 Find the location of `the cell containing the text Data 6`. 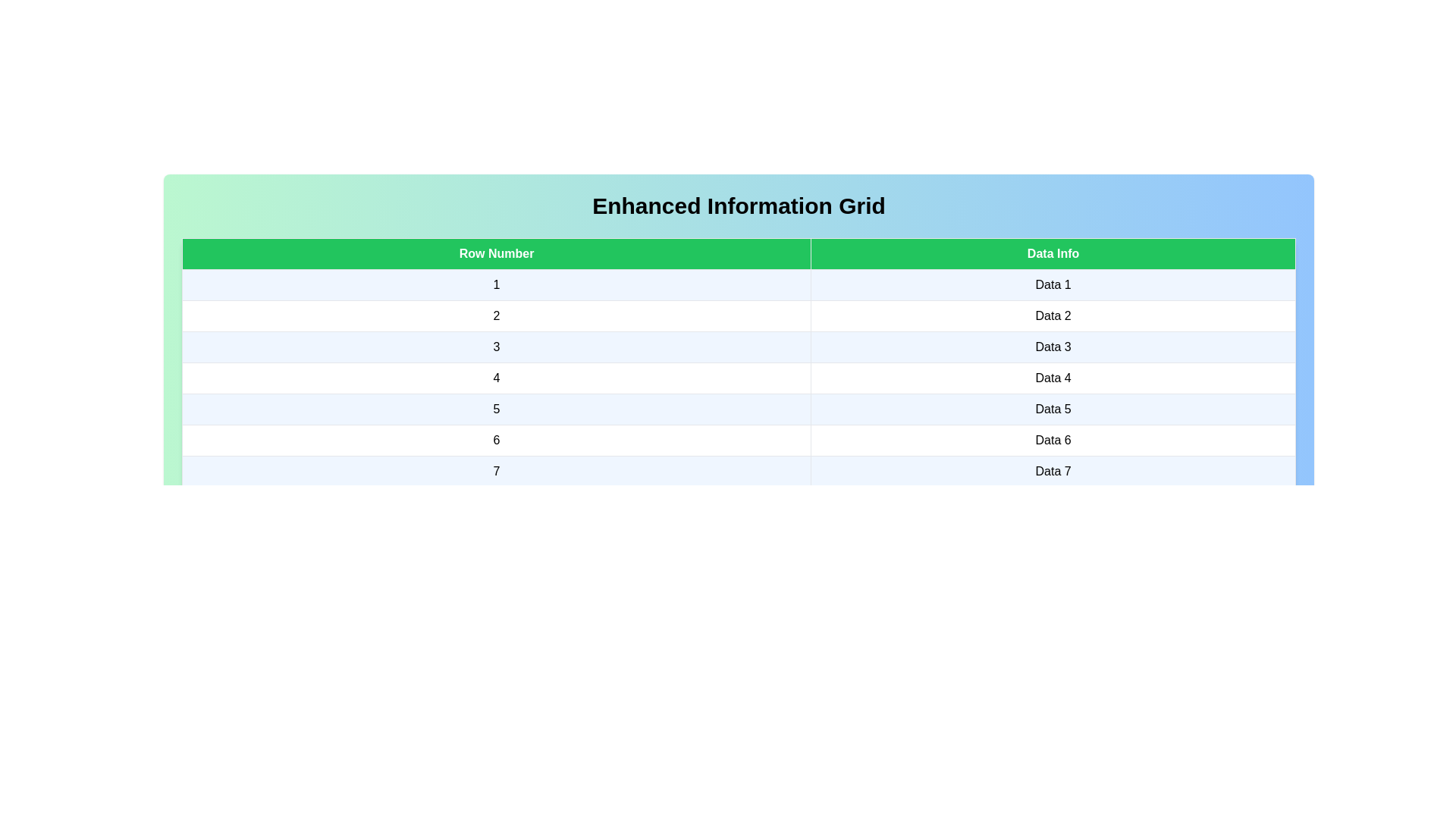

the cell containing the text Data 6 is located at coordinates (1053, 441).